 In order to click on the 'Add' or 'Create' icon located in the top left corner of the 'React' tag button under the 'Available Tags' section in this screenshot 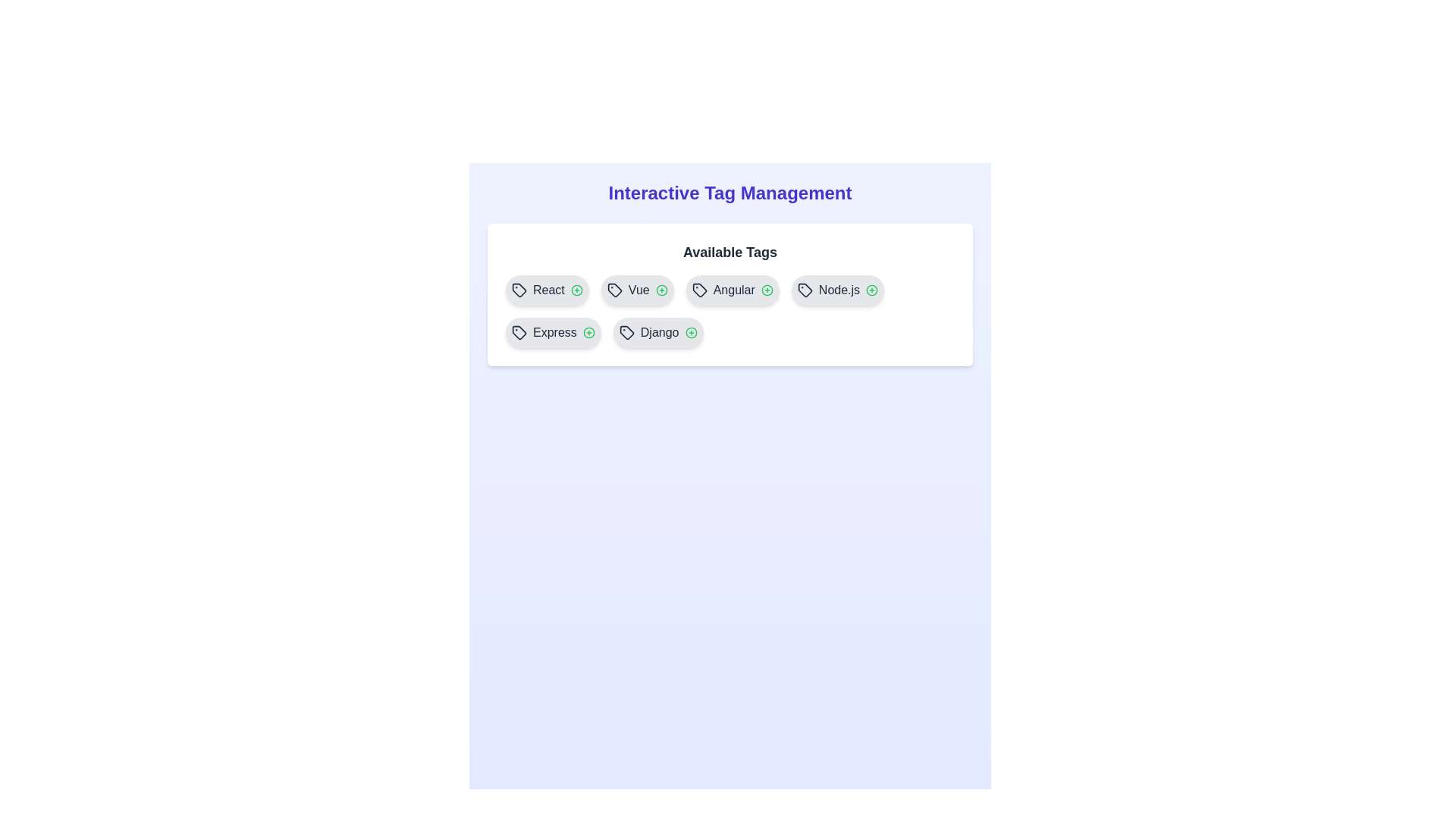, I will do `click(576, 290)`.